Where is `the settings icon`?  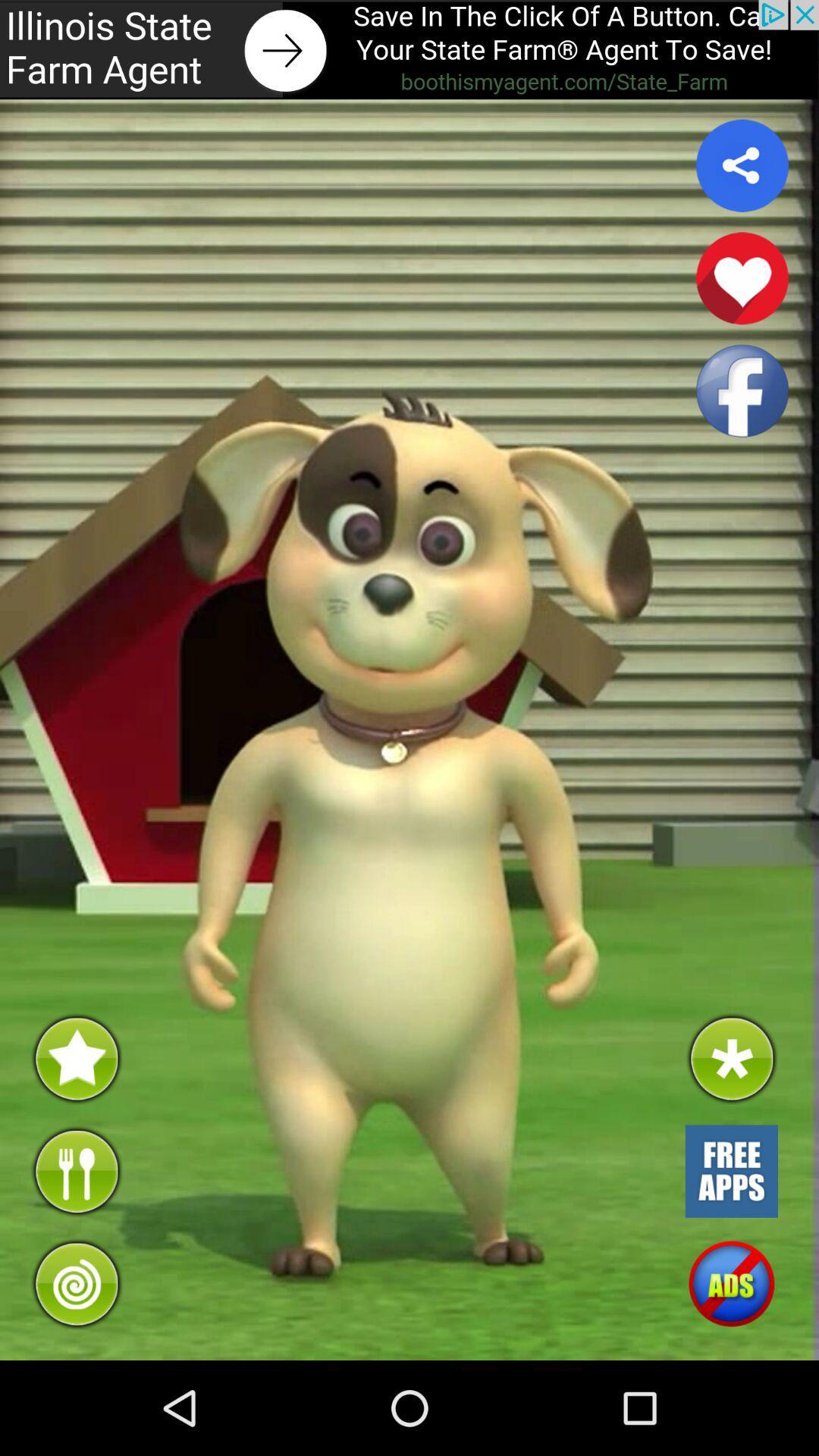
the settings icon is located at coordinates (730, 1133).